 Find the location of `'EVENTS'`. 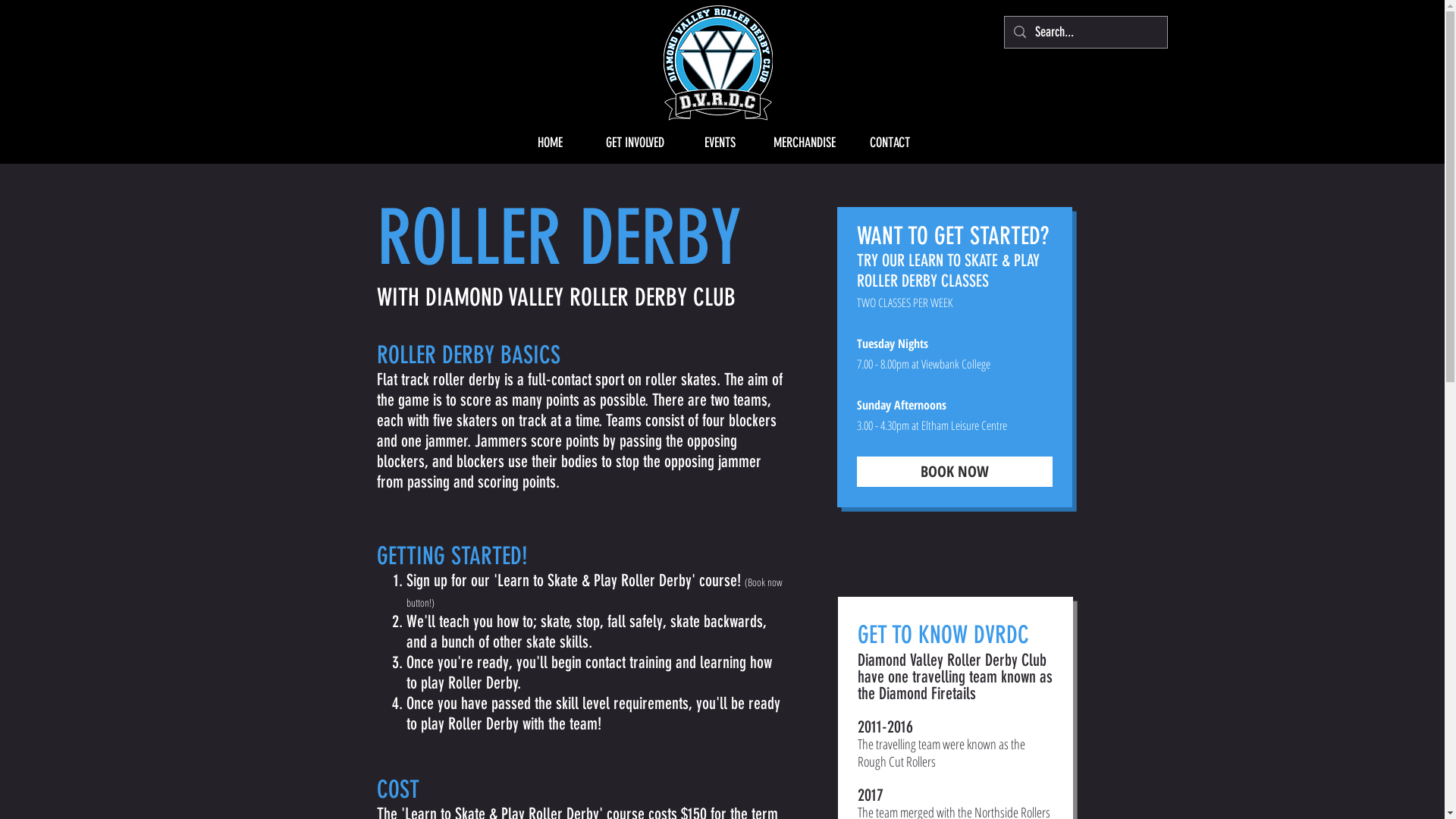

'EVENTS' is located at coordinates (676, 143).